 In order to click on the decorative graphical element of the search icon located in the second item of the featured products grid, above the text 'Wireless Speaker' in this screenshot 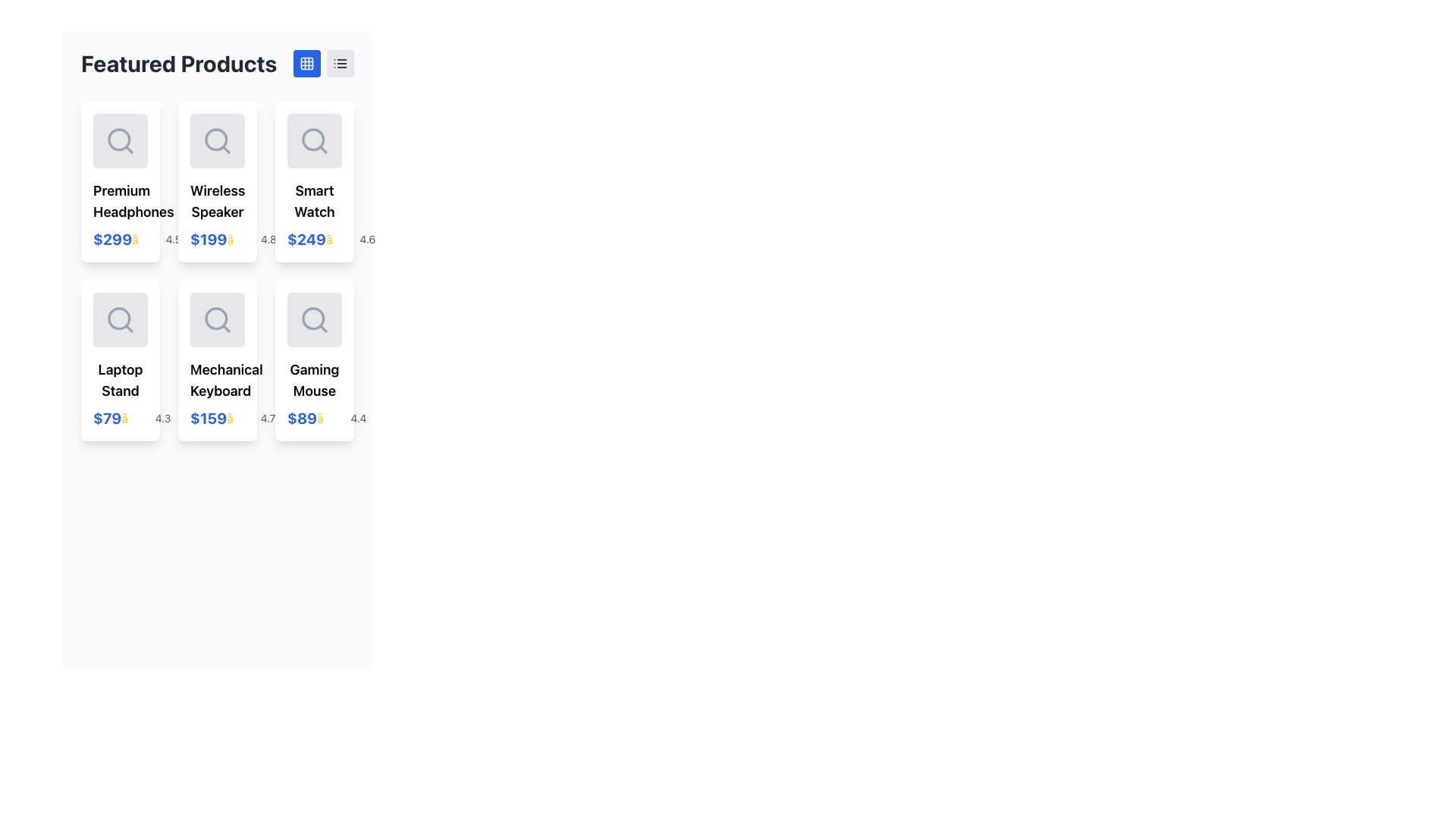, I will do `click(215, 140)`.